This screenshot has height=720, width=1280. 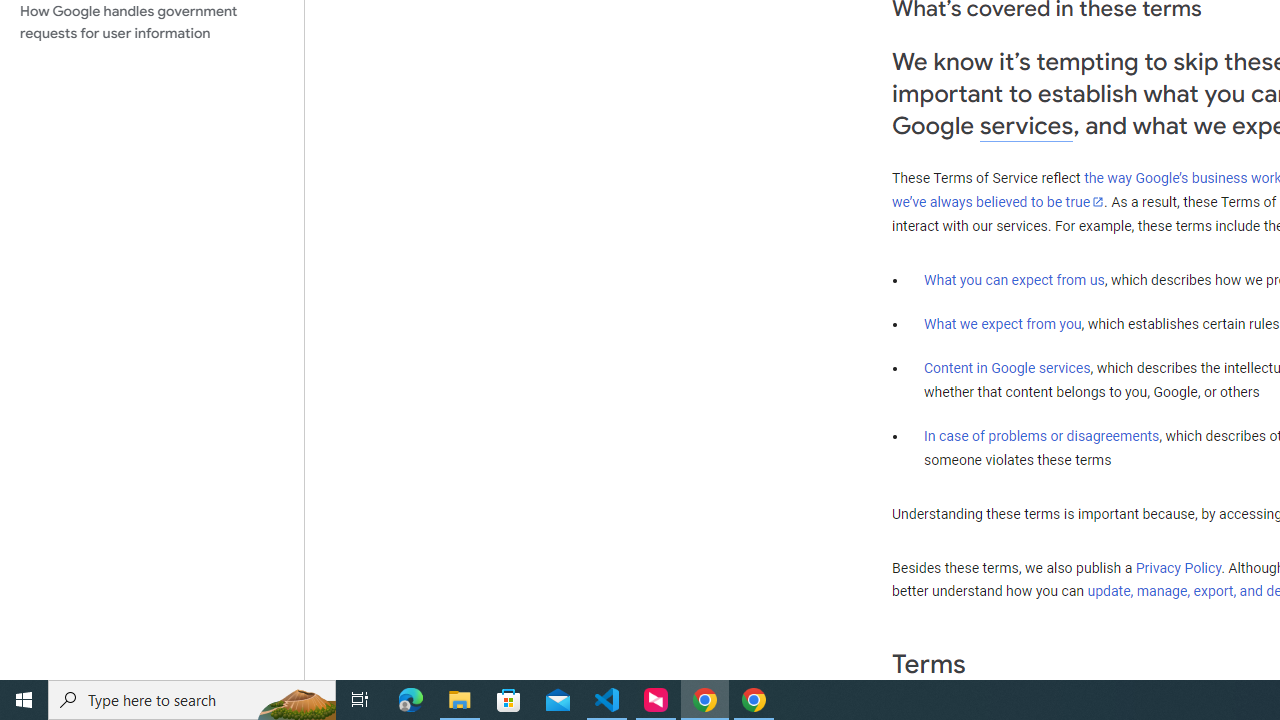 I want to click on 'In case of problems or disagreements', so click(x=1040, y=434).